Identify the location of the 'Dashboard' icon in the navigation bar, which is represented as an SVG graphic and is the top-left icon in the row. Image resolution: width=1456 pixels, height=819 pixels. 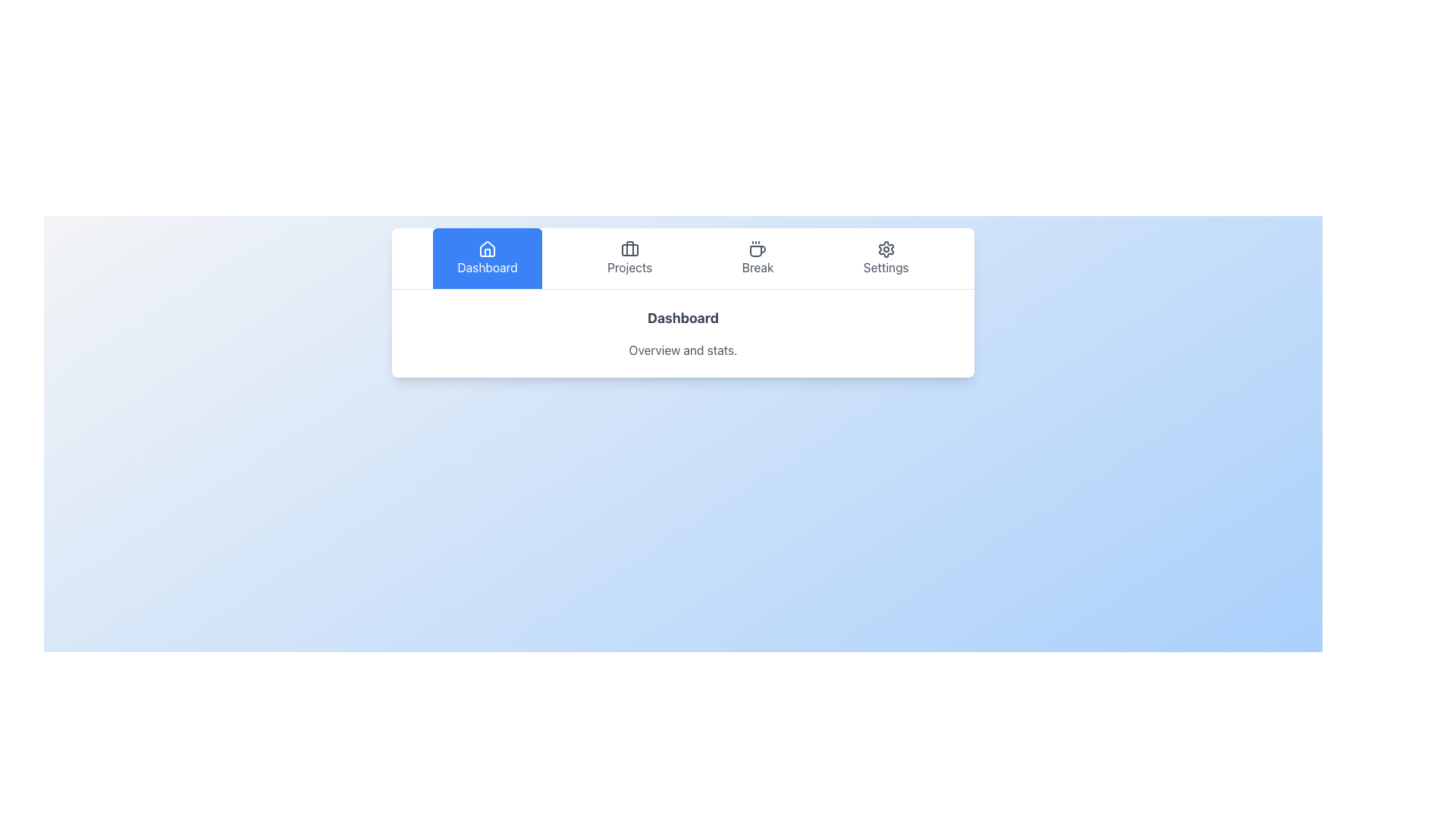
(488, 248).